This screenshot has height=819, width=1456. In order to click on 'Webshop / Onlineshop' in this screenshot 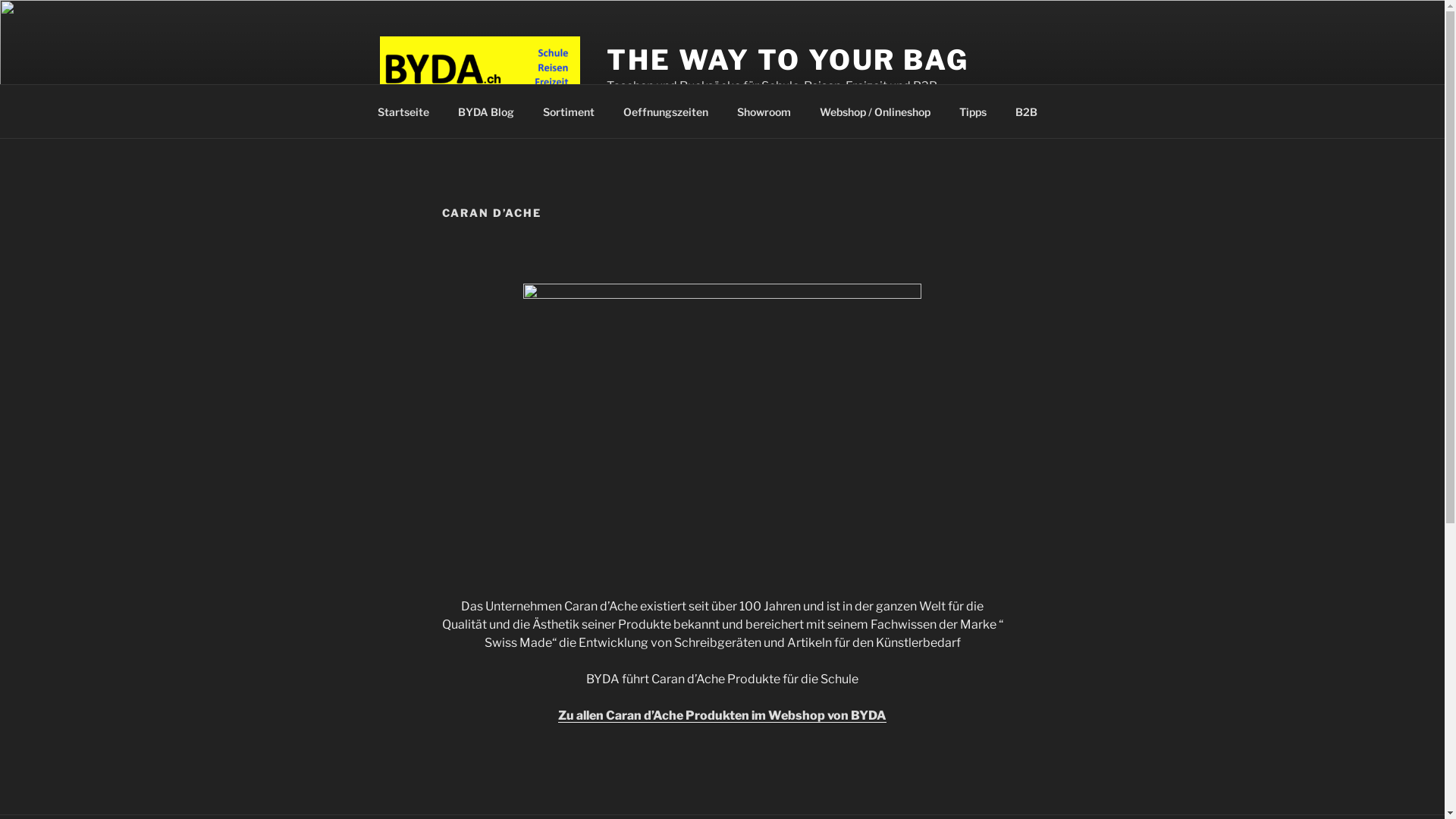, I will do `click(875, 110)`.